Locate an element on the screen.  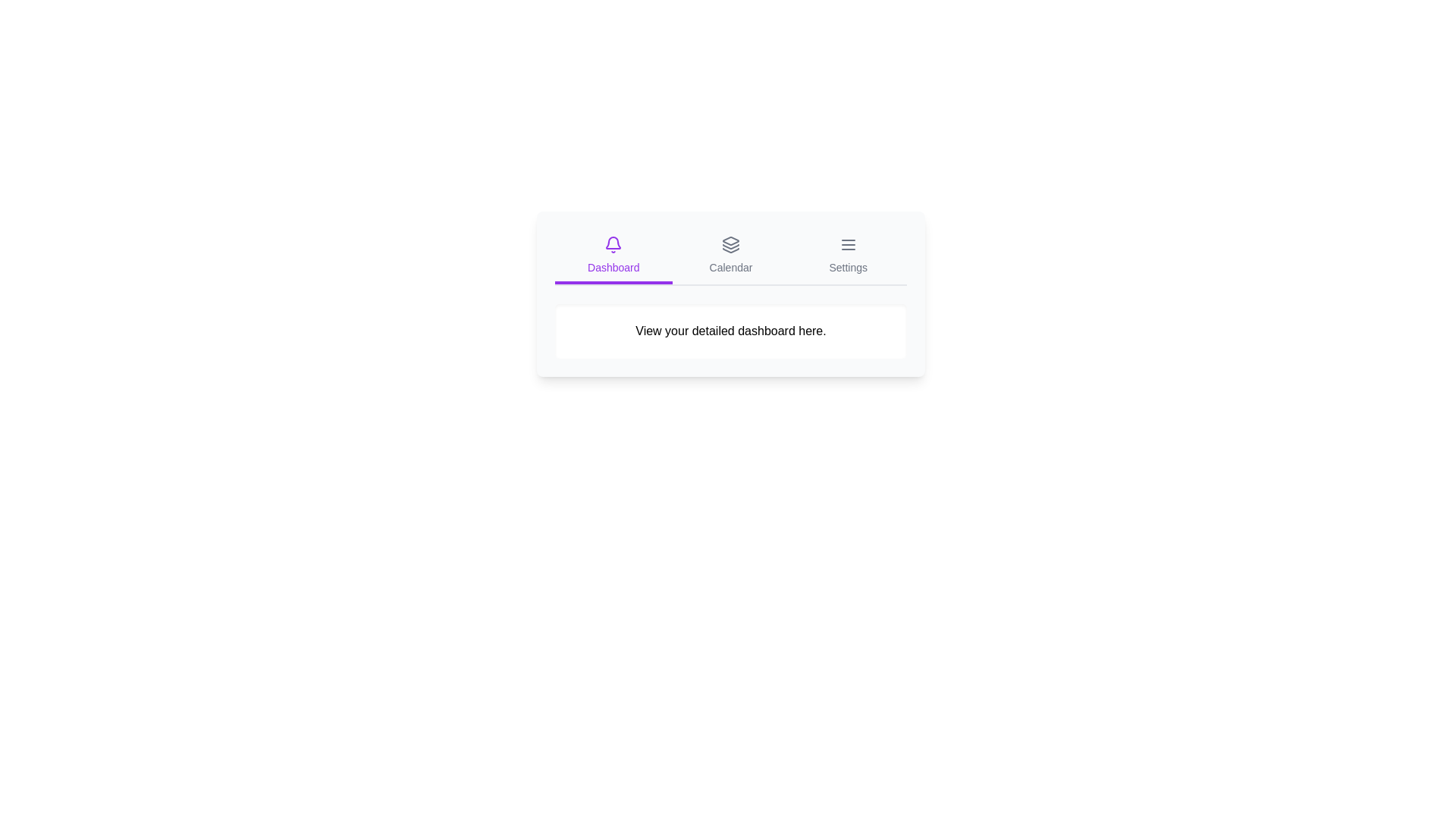
the tab labeled Settings to inspect its icon and text is located at coordinates (847, 256).